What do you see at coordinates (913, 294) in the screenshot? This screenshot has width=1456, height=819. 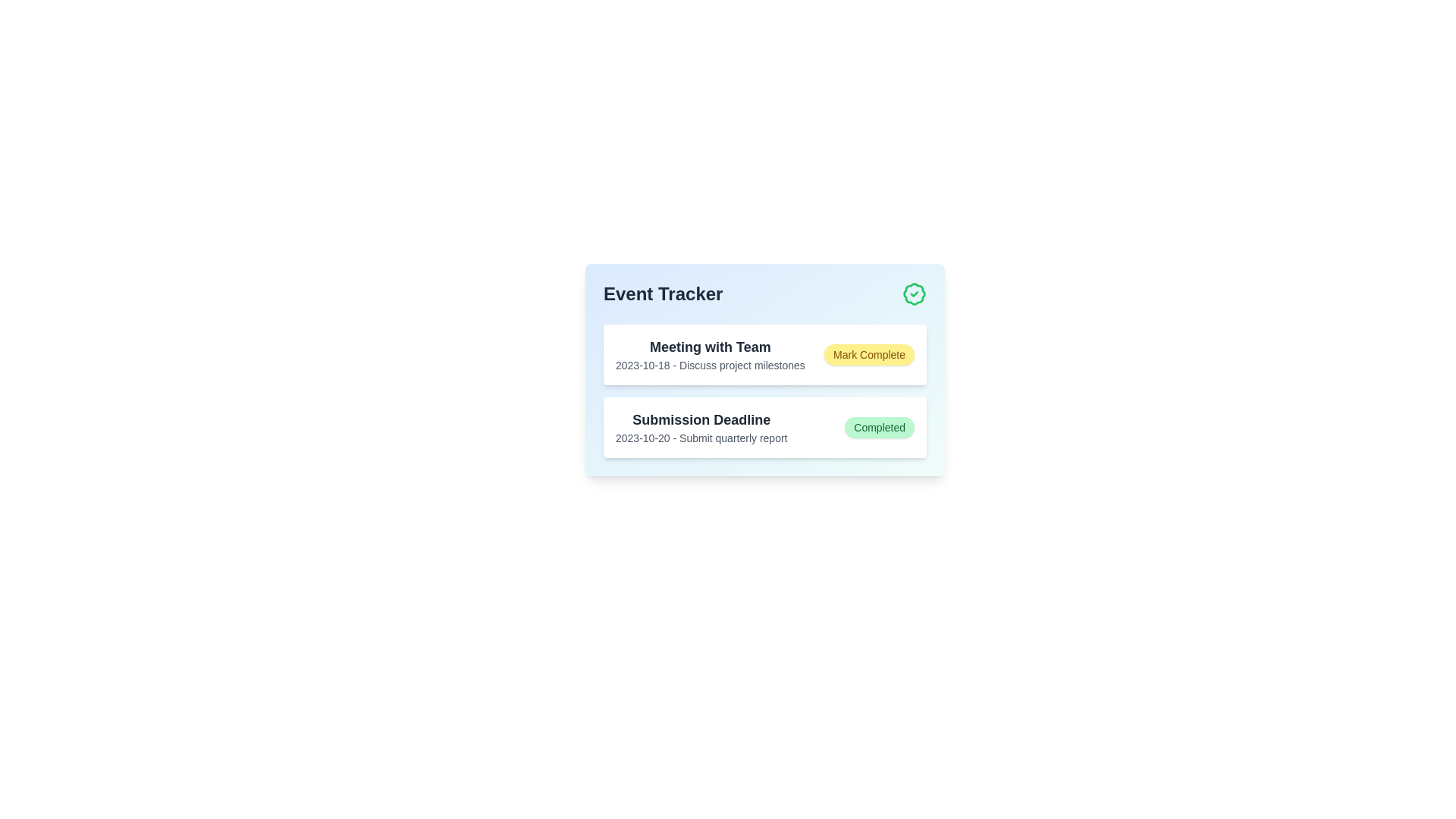 I see `the achievement status icon located in the top-right corner of the 'Event Tracker' header, which visually indicates the completion of an event-related task` at bounding box center [913, 294].